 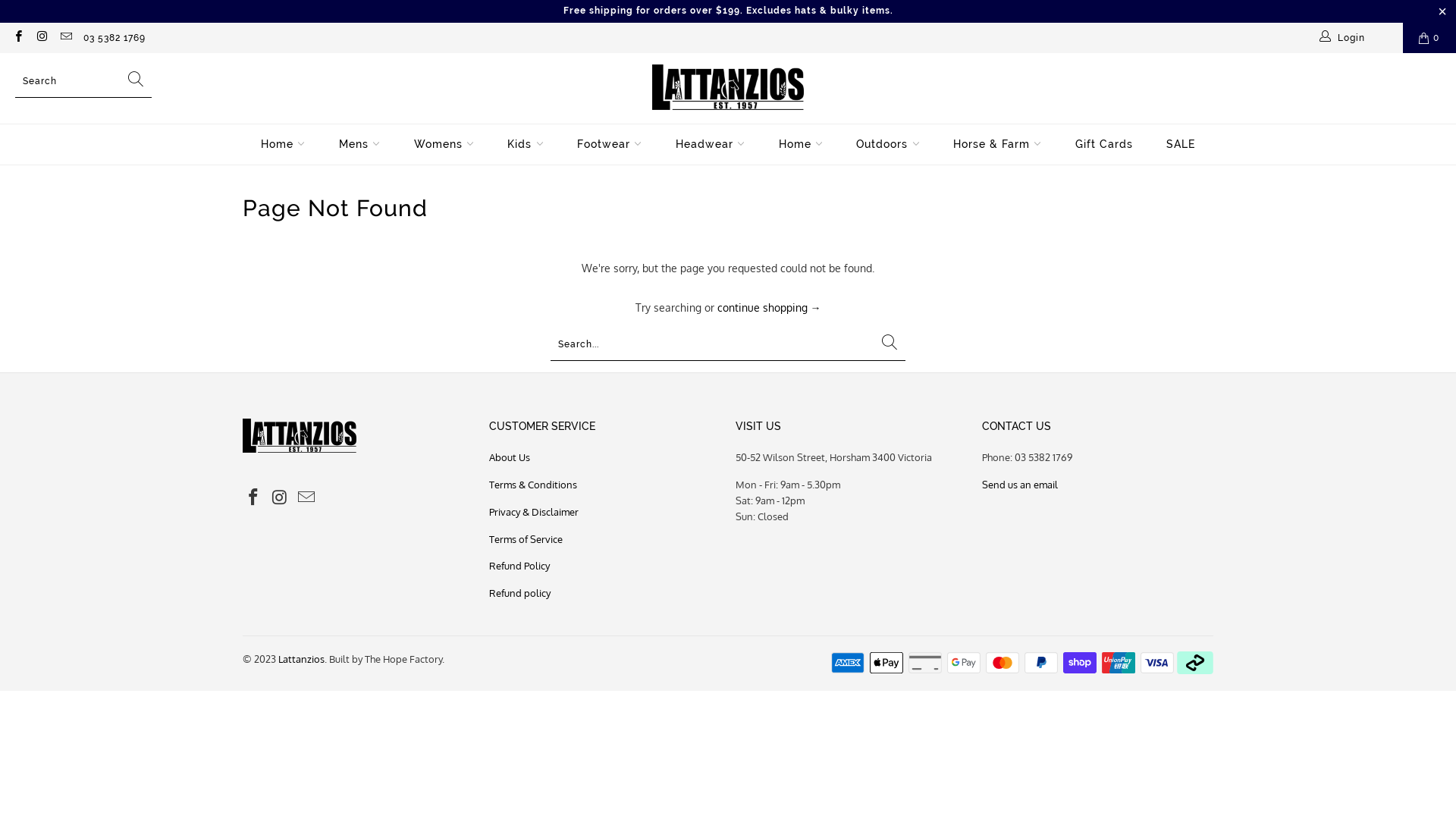 I want to click on 'About Us', so click(x=488, y=456).